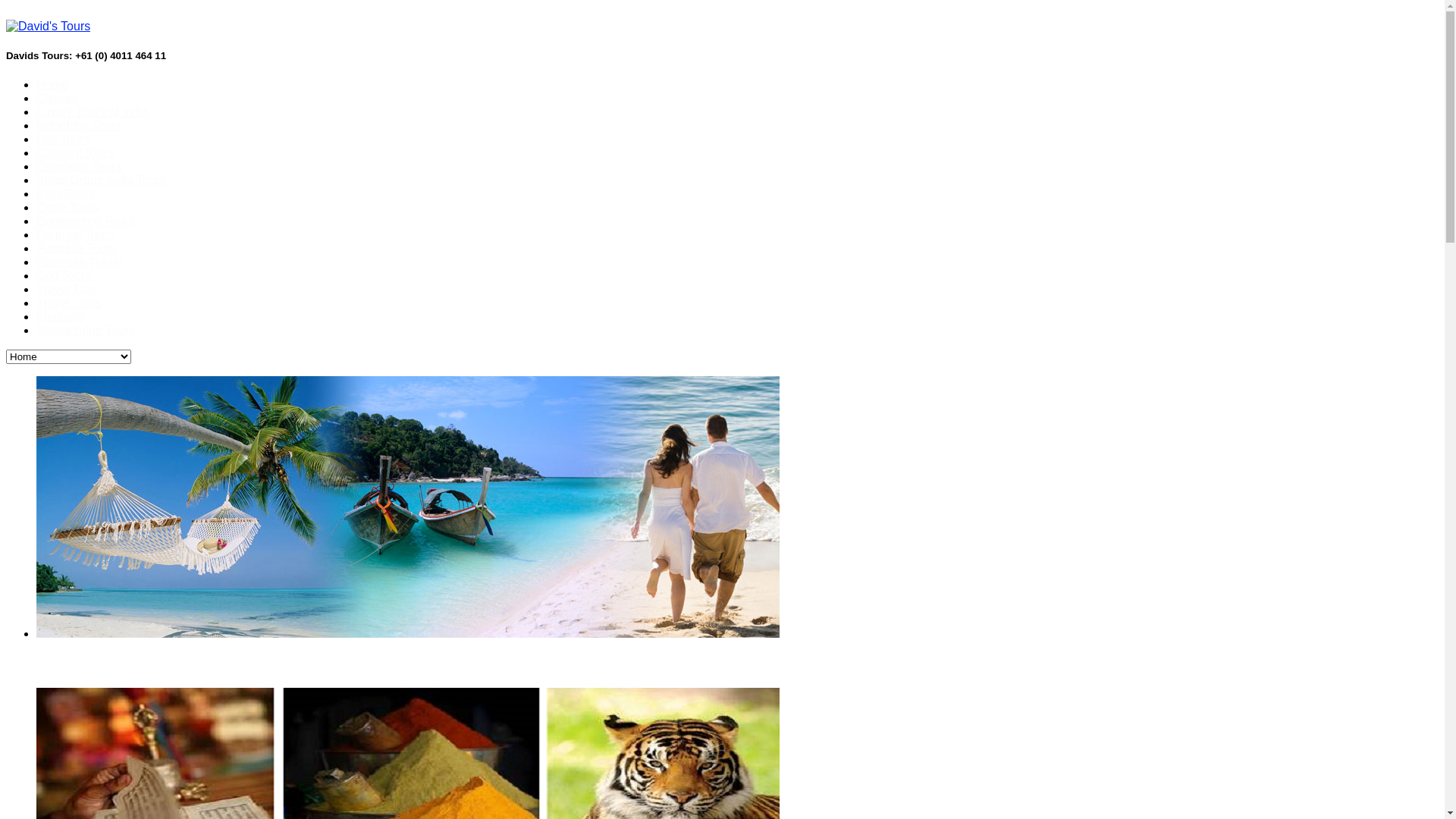 The width and height of the screenshot is (1456, 819). Describe the element at coordinates (64, 289) in the screenshot. I see `'Travel Tips'` at that location.